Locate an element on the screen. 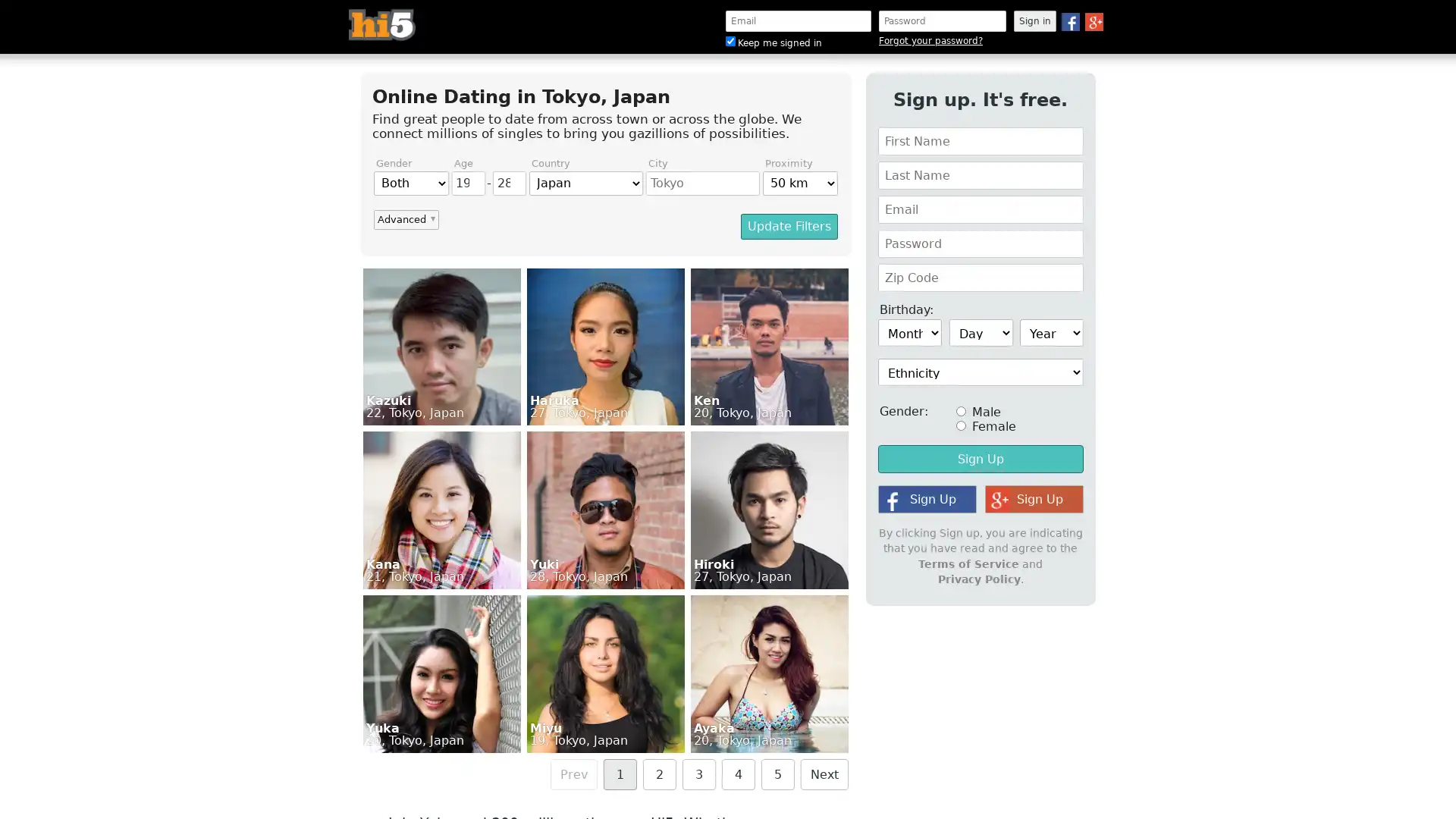 This screenshot has height=819, width=1456. Sign in is located at coordinates (1034, 20).